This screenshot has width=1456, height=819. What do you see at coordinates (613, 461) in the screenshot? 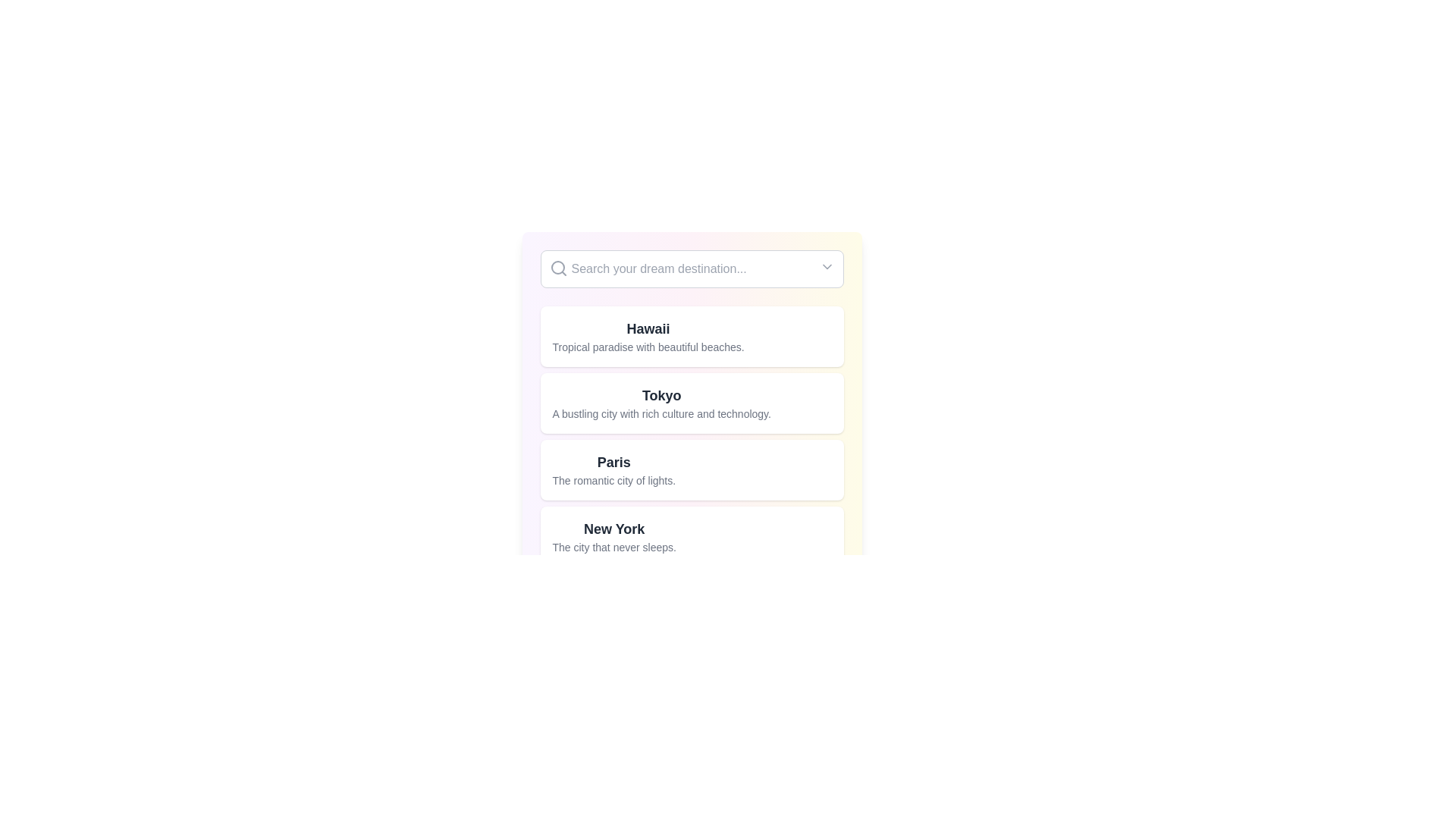
I see `the text label displaying 'Paris', which is styled in bold and larger font size, serving as the header for the description of the Paris section in the destinations list` at bounding box center [613, 461].